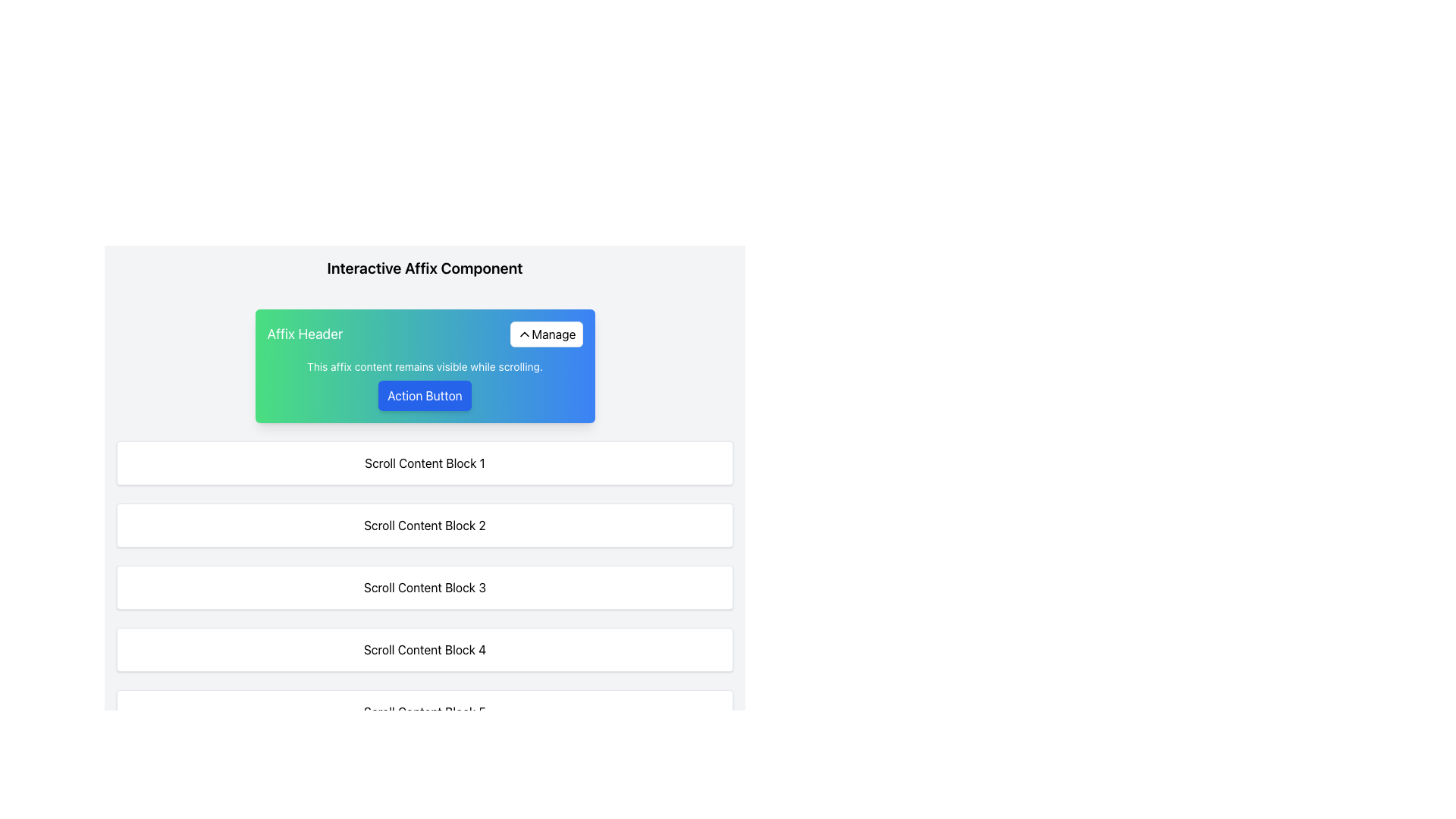 The height and width of the screenshot is (819, 1456). Describe the element at coordinates (425, 525) in the screenshot. I see `the Static content block displaying 'Scroll Content Block 2', which is a rectangular block with a white background and slightly rounded corners, located directly below 'Scroll Content Block 1'` at that location.